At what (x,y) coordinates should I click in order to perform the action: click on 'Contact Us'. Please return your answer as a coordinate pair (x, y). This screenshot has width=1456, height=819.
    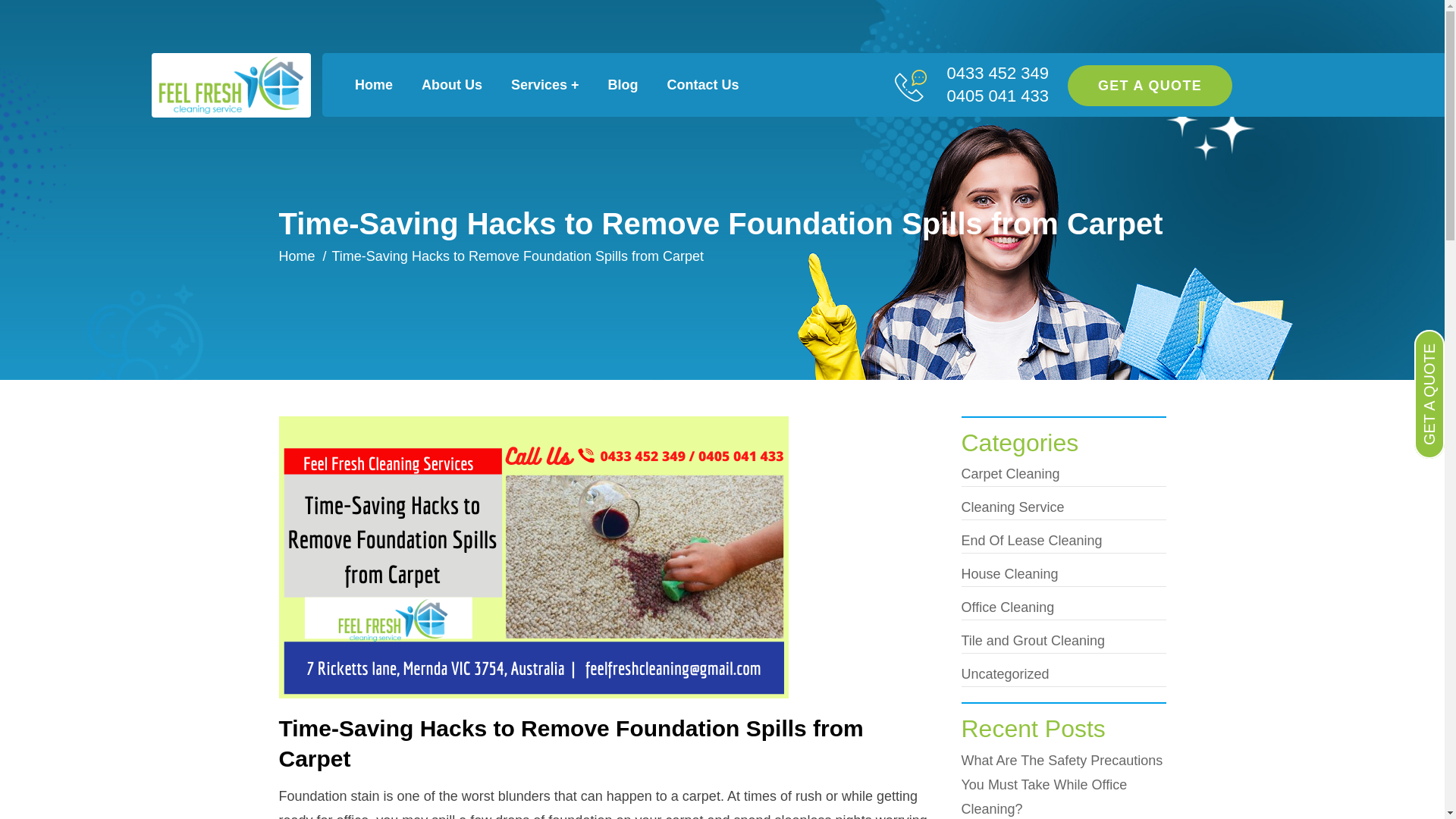
    Looking at the image, I should click on (709, 84).